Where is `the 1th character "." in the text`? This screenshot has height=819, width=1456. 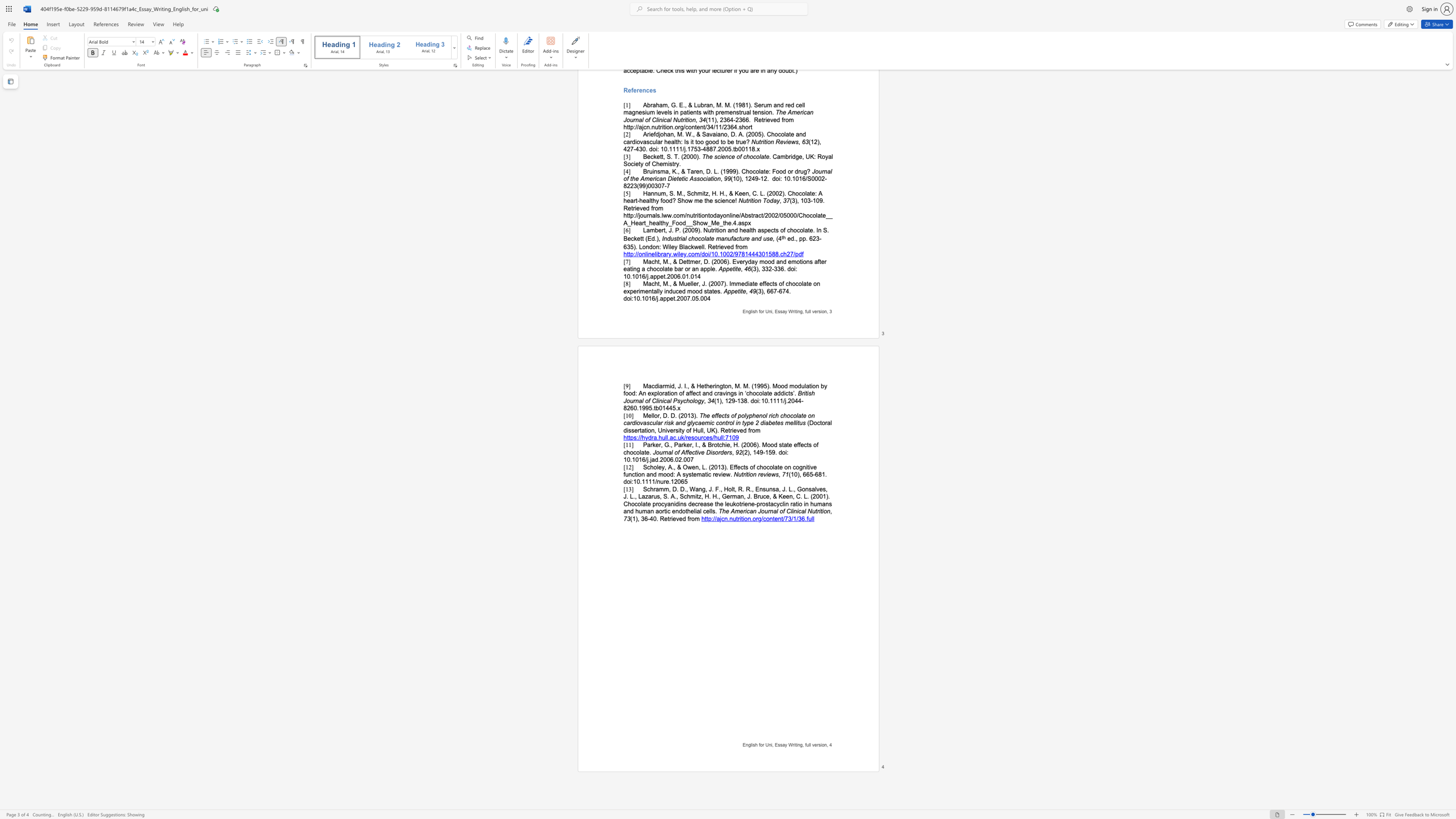
the 1th character "." in the text is located at coordinates (631, 460).